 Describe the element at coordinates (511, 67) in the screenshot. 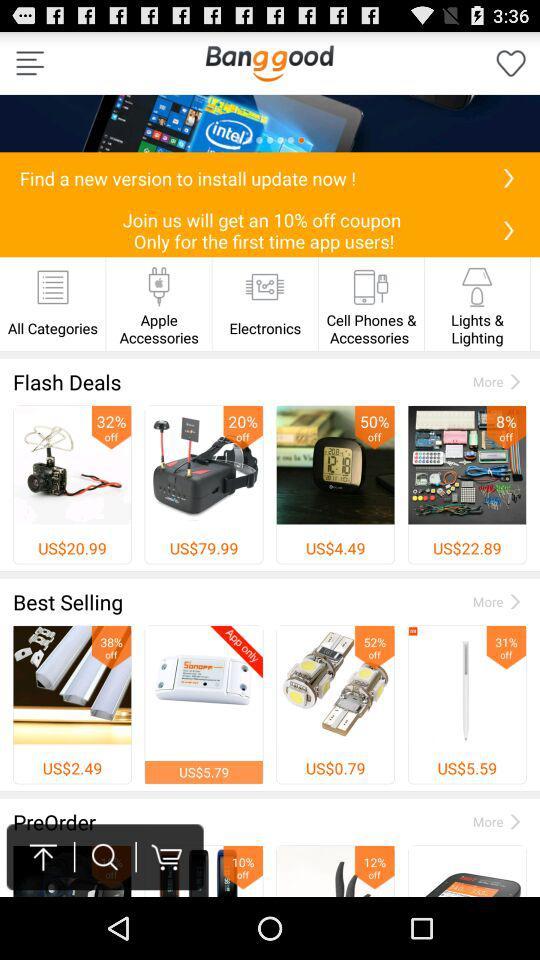

I see `the favorite icon` at that location.